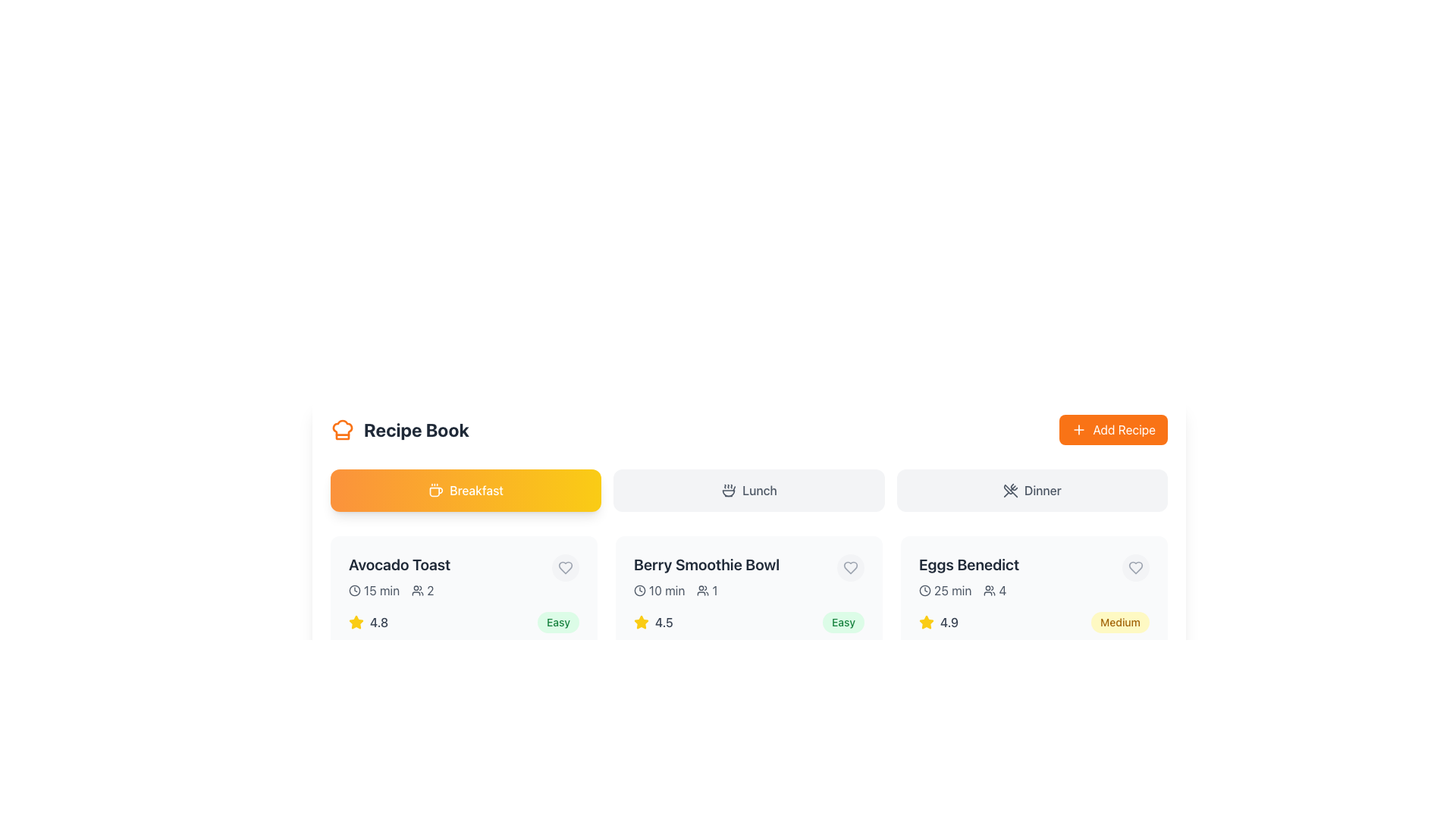  Describe the element at coordinates (1042, 491) in the screenshot. I see `the text label reading 'Dinner', which is styled with a medium font-weight and located at the center of the interface, indicating a meal category along with an icon of crossed utensils` at that location.